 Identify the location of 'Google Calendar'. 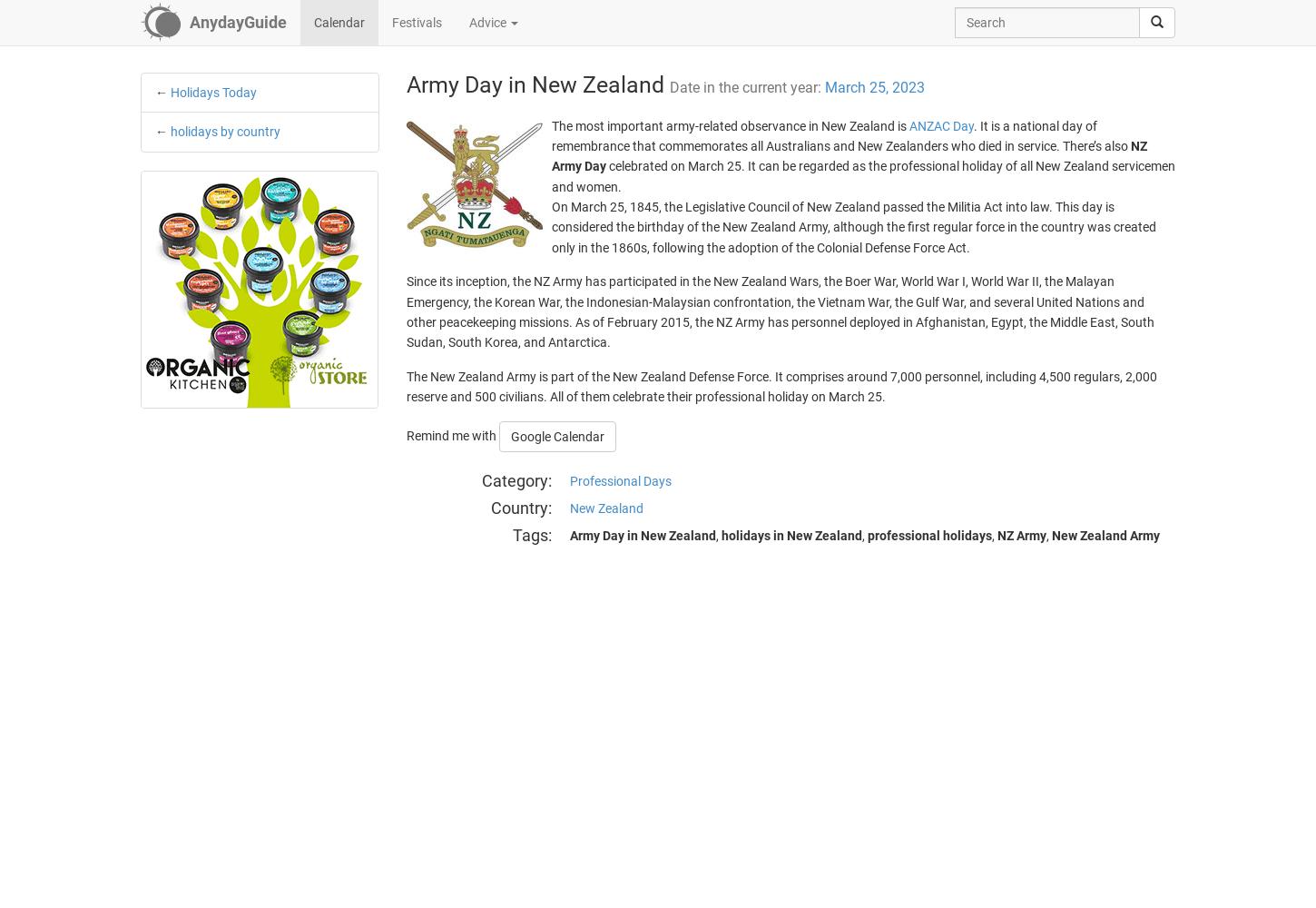
(510, 435).